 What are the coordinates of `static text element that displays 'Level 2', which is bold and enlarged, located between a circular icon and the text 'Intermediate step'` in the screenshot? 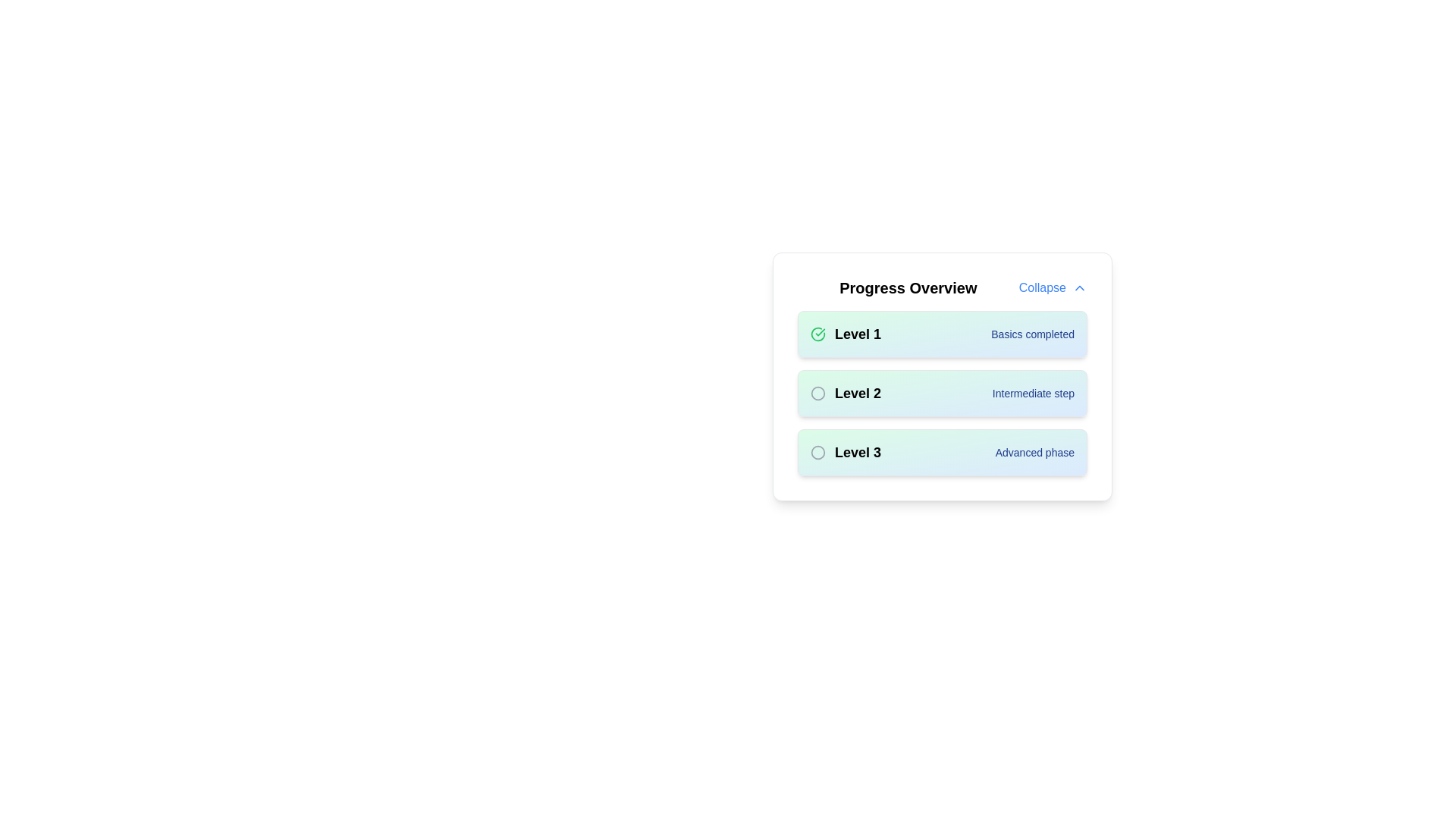 It's located at (858, 393).